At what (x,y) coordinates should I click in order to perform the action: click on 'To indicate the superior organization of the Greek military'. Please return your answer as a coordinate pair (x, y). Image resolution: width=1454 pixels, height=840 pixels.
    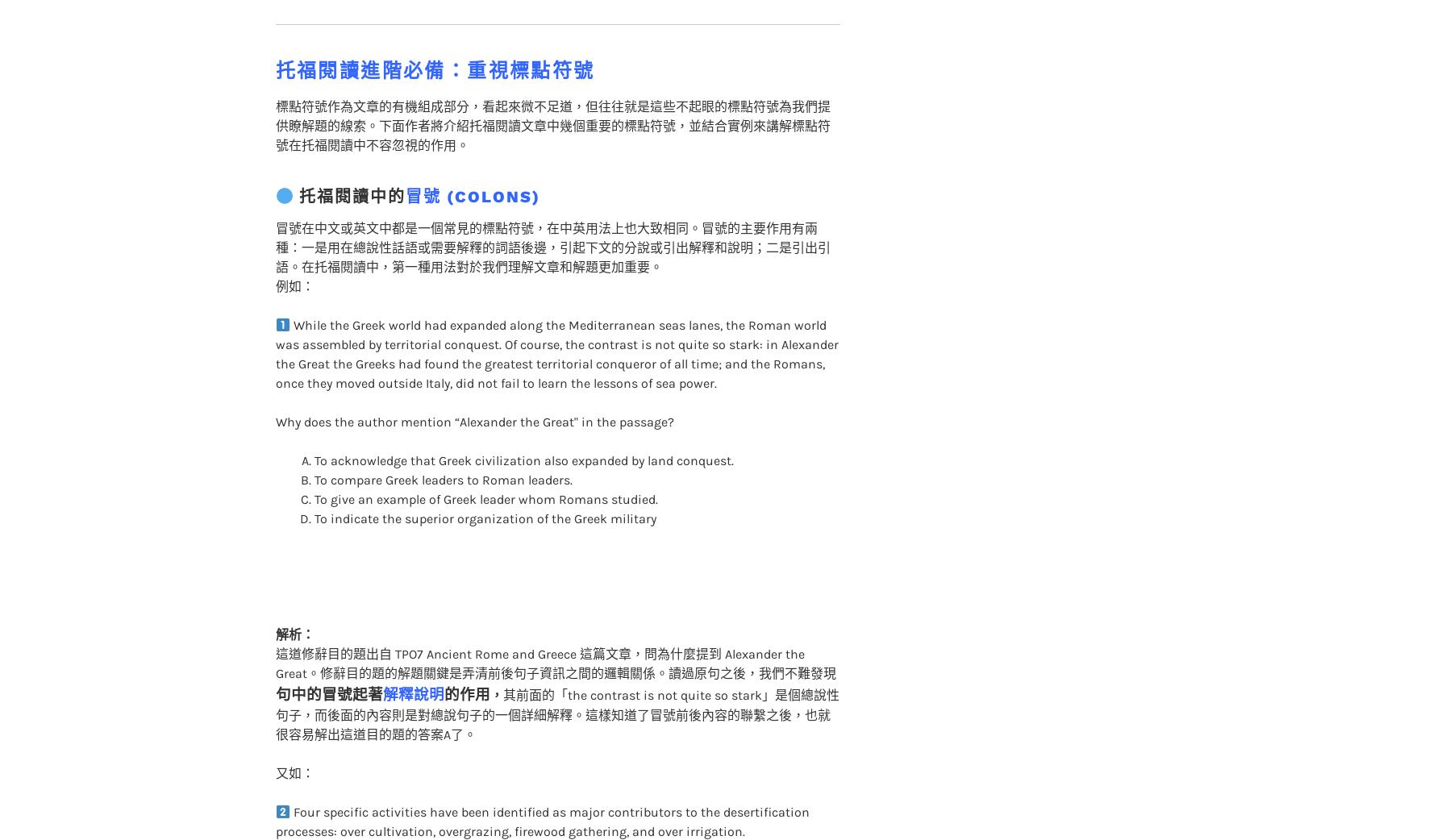
    Looking at the image, I should click on (484, 485).